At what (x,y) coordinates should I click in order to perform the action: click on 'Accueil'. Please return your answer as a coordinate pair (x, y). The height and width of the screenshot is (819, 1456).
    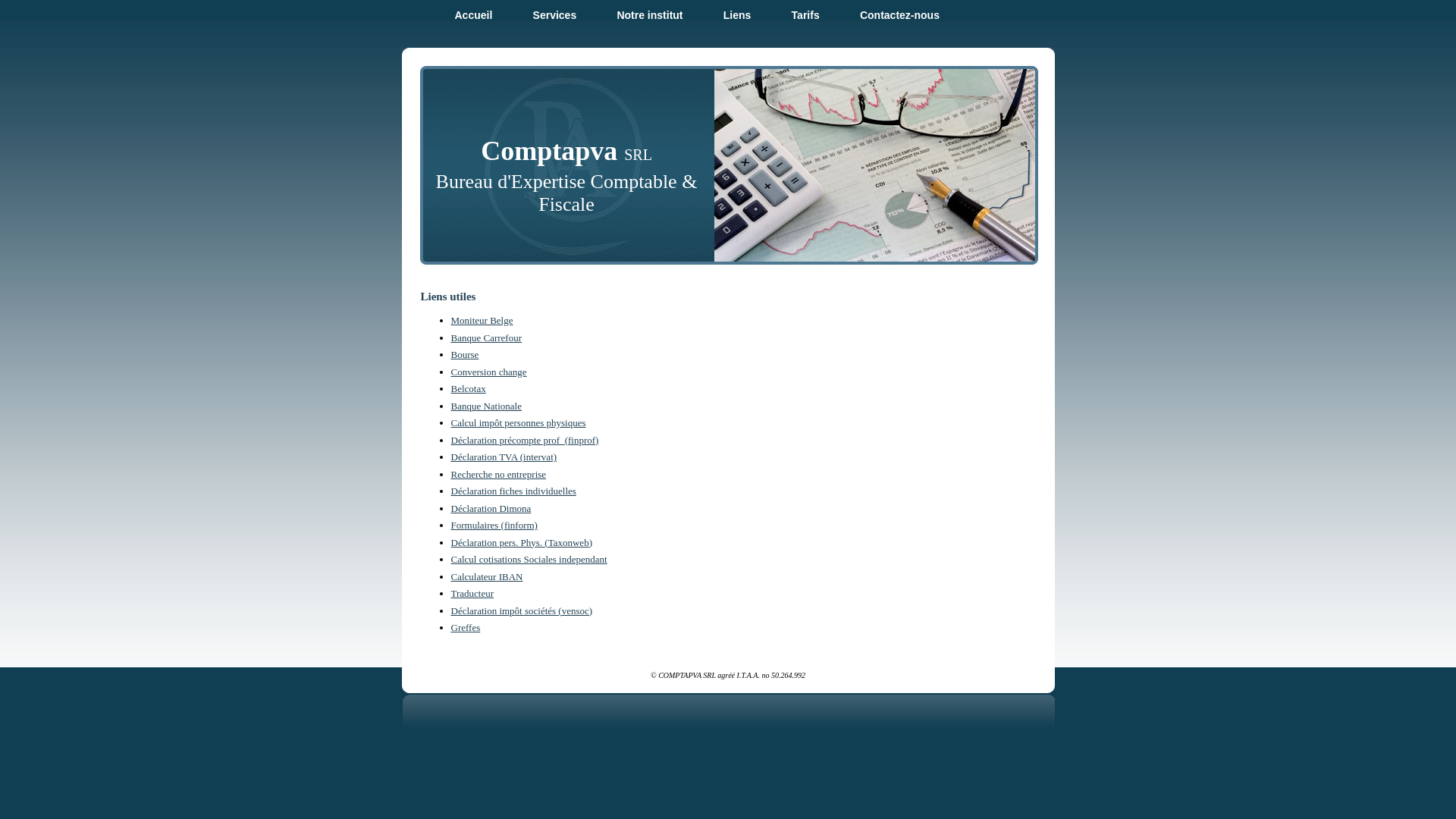
    Looking at the image, I should click on (472, 14).